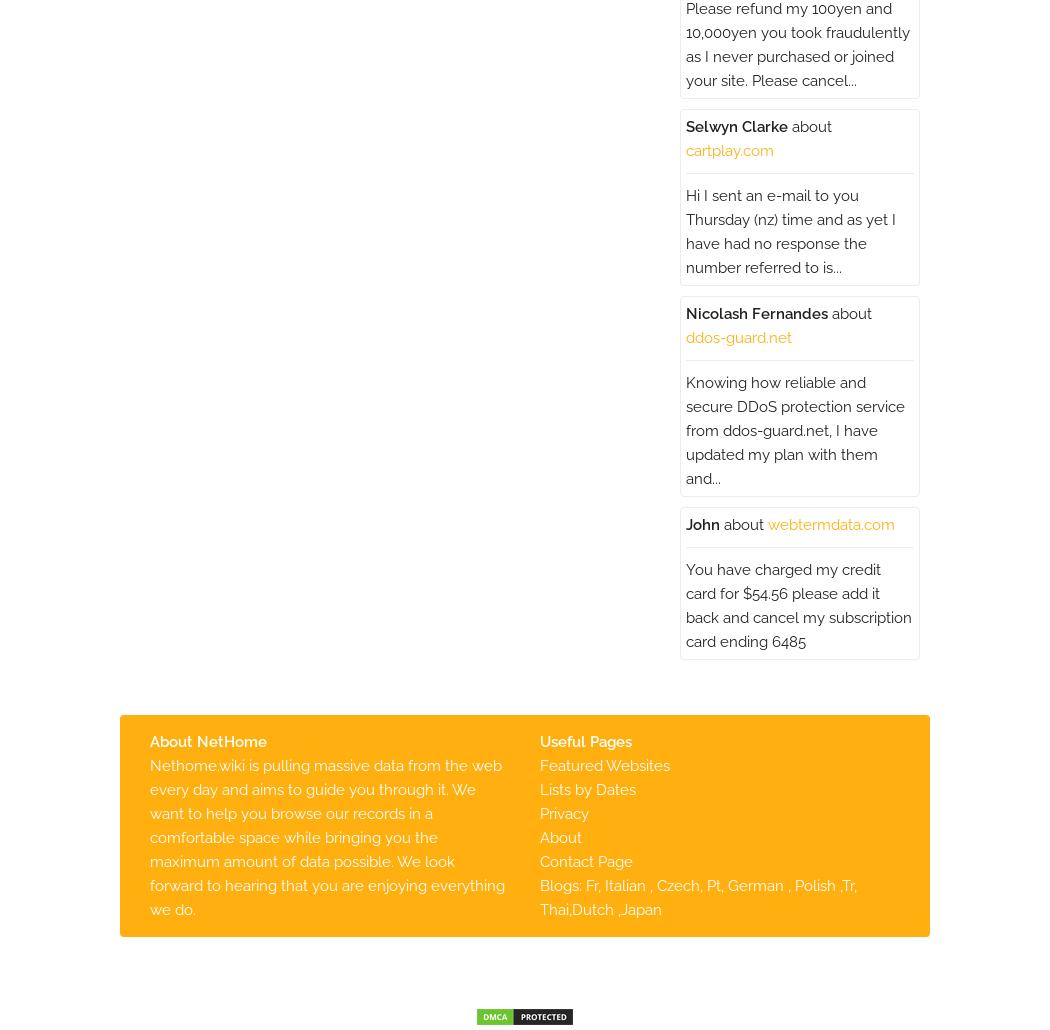 This screenshot has width=1050, height=1030. Describe the element at coordinates (756, 884) in the screenshot. I see `'German'` at that location.